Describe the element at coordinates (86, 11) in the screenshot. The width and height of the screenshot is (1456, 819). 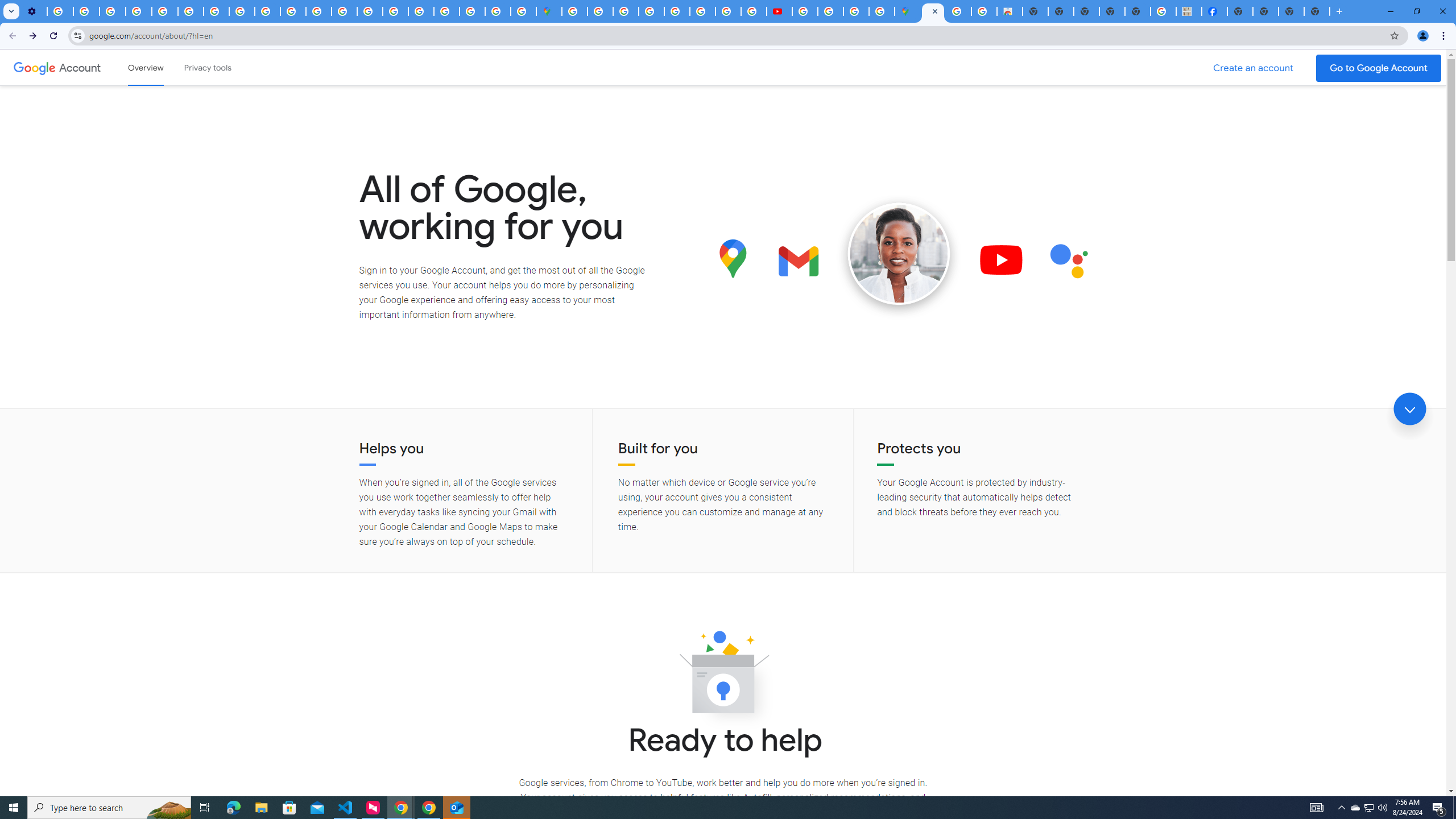
I see `'Learn how to find your photos - Google Photos Help'` at that location.